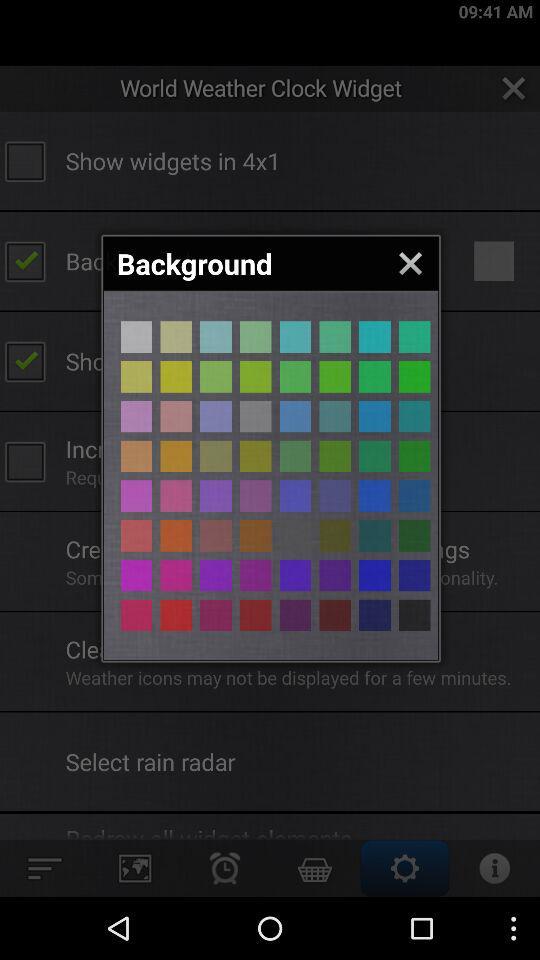 This screenshot has height=960, width=540. What do you see at coordinates (255, 575) in the screenshot?
I see `this color` at bounding box center [255, 575].